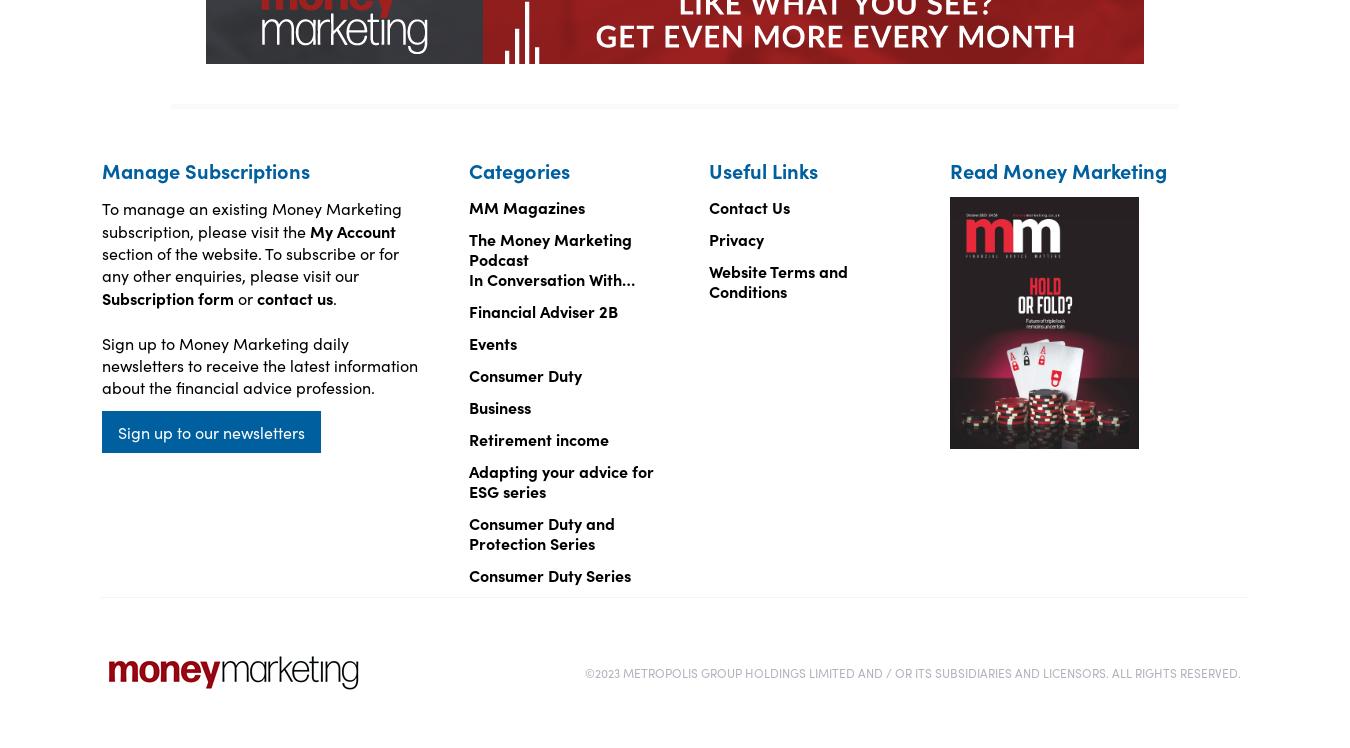  What do you see at coordinates (777, 281) in the screenshot?
I see `'Website Terms and Conditions'` at bounding box center [777, 281].